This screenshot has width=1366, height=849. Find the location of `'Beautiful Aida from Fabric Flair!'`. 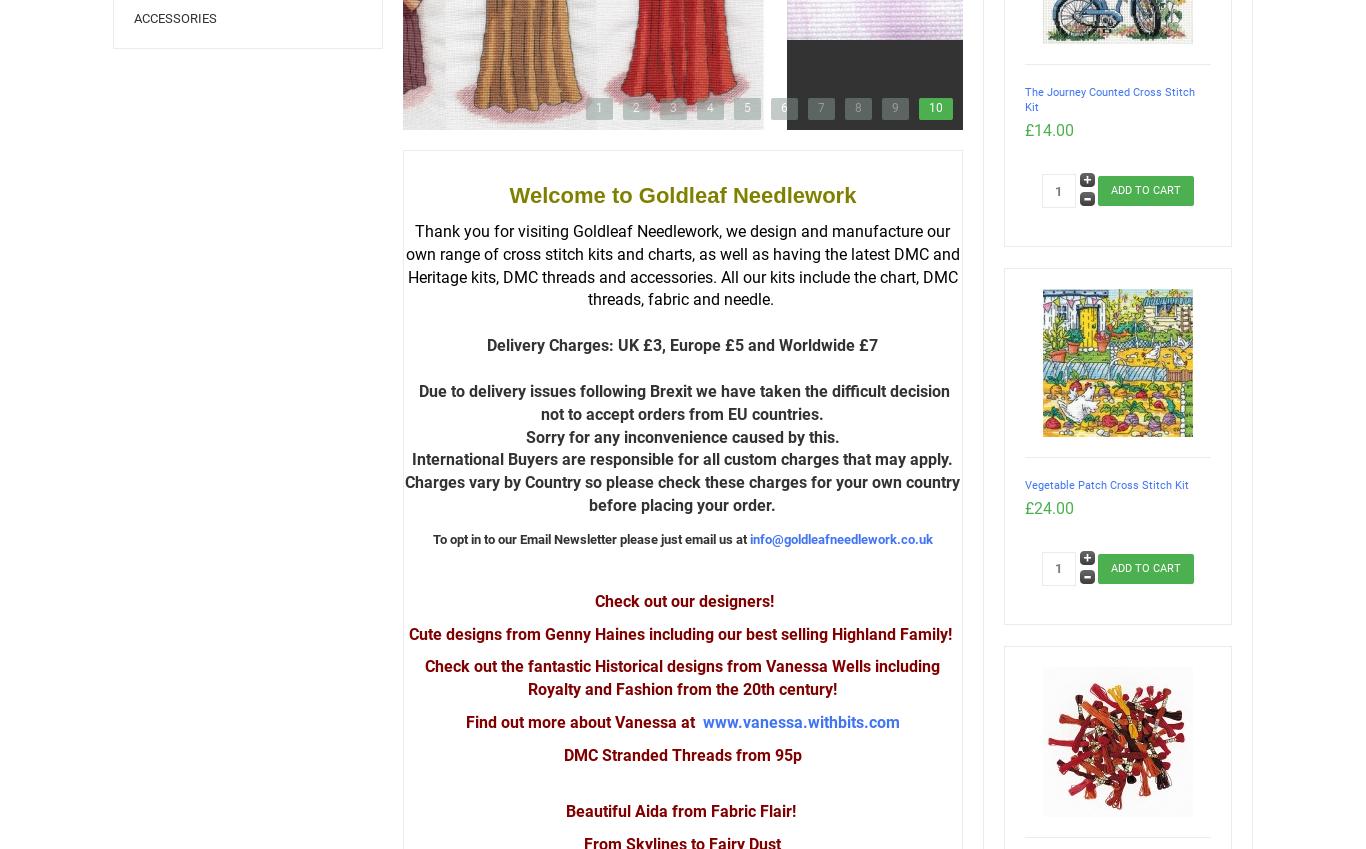

'Beautiful Aida from Fabric Flair!' is located at coordinates (681, 810).